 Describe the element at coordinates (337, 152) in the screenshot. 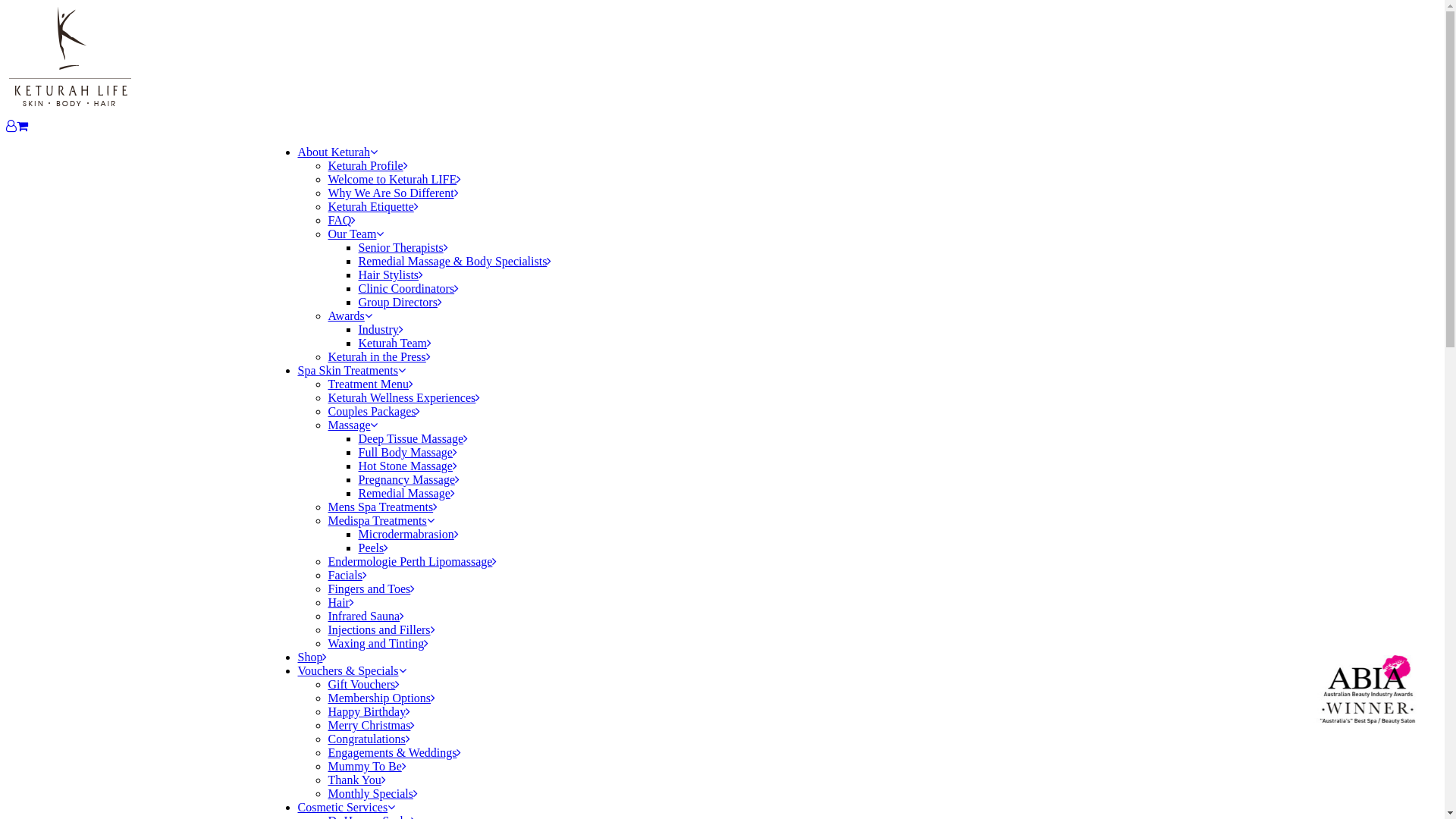

I see `'About Keturah'` at that location.